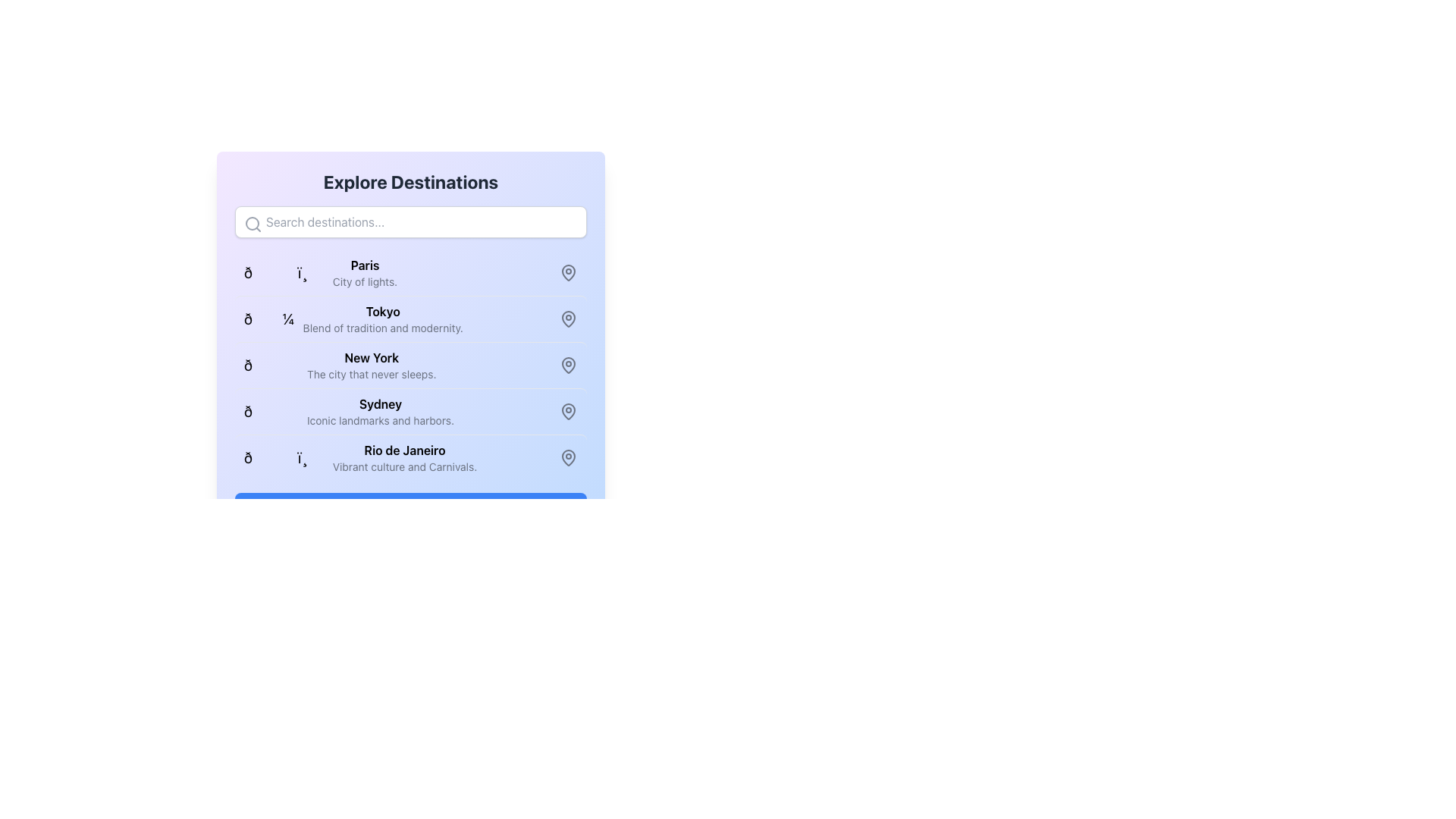 The width and height of the screenshot is (1456, 819). I want to click on the building emoji icon located to the left of the text 'Paris' in the 'Explore Destinations' interface, which is the first element in the list view, so click(284, 271).